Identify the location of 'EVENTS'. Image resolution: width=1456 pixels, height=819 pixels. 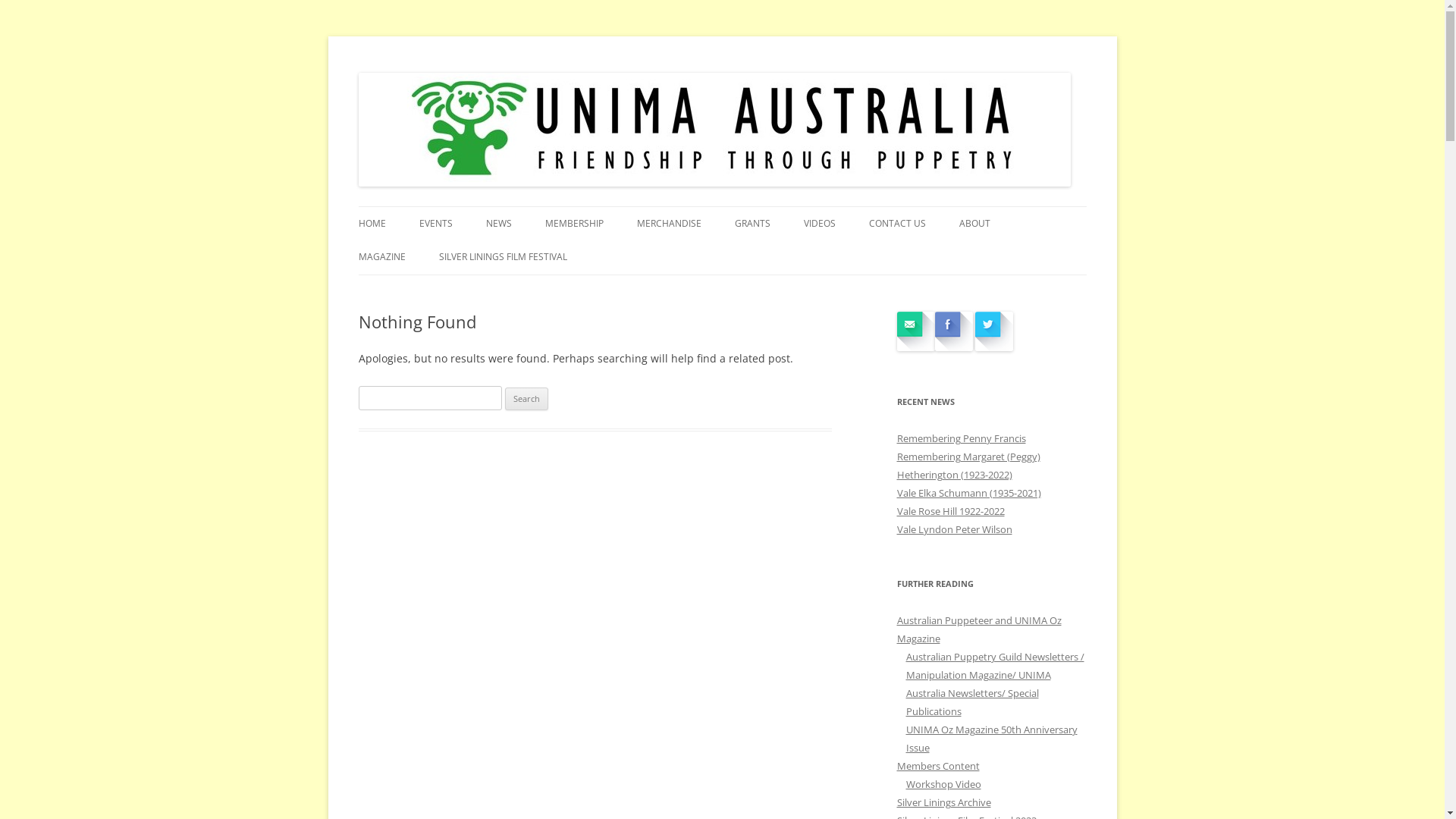
(435, 223).